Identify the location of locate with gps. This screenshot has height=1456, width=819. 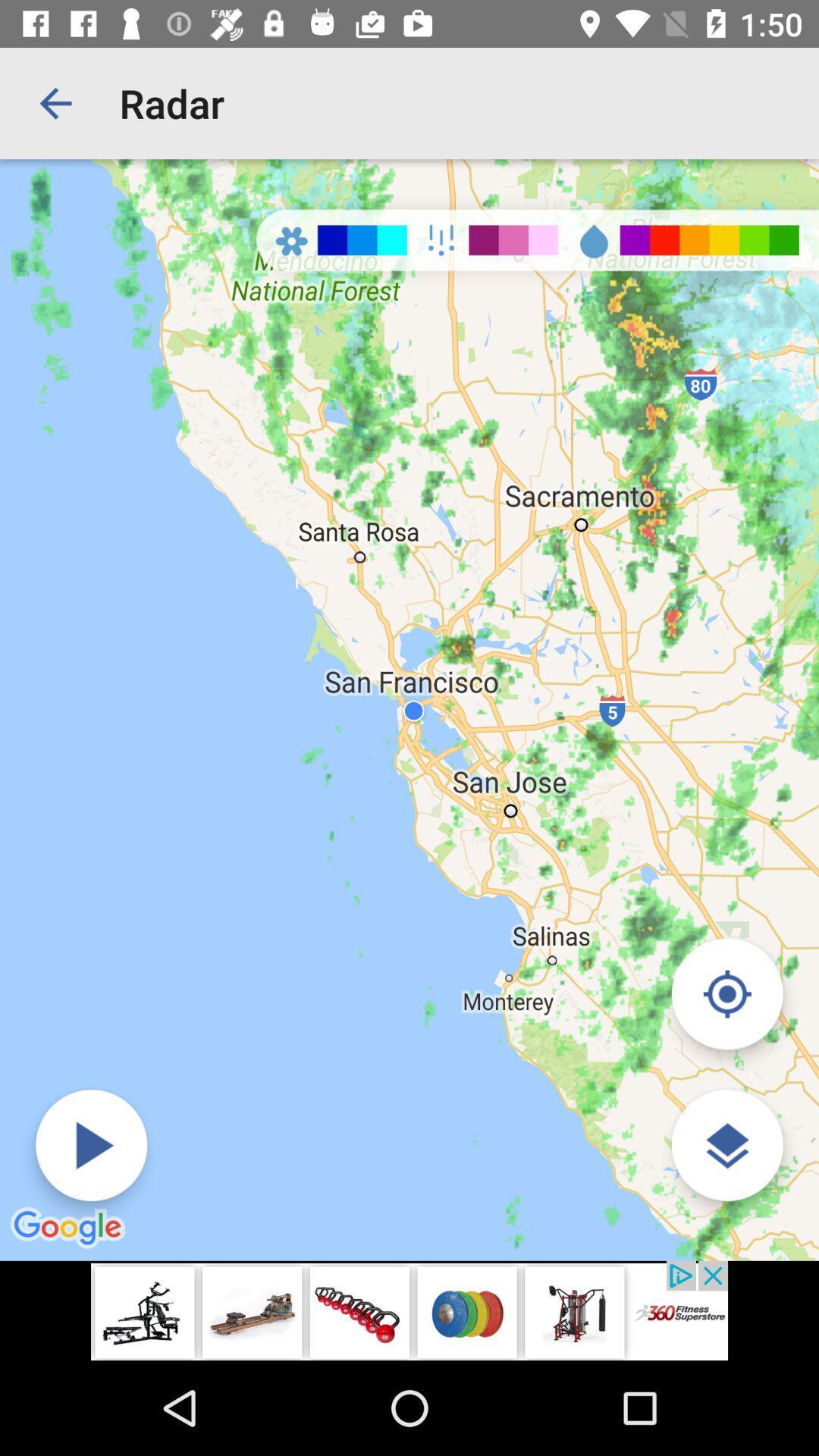
(726, 993).